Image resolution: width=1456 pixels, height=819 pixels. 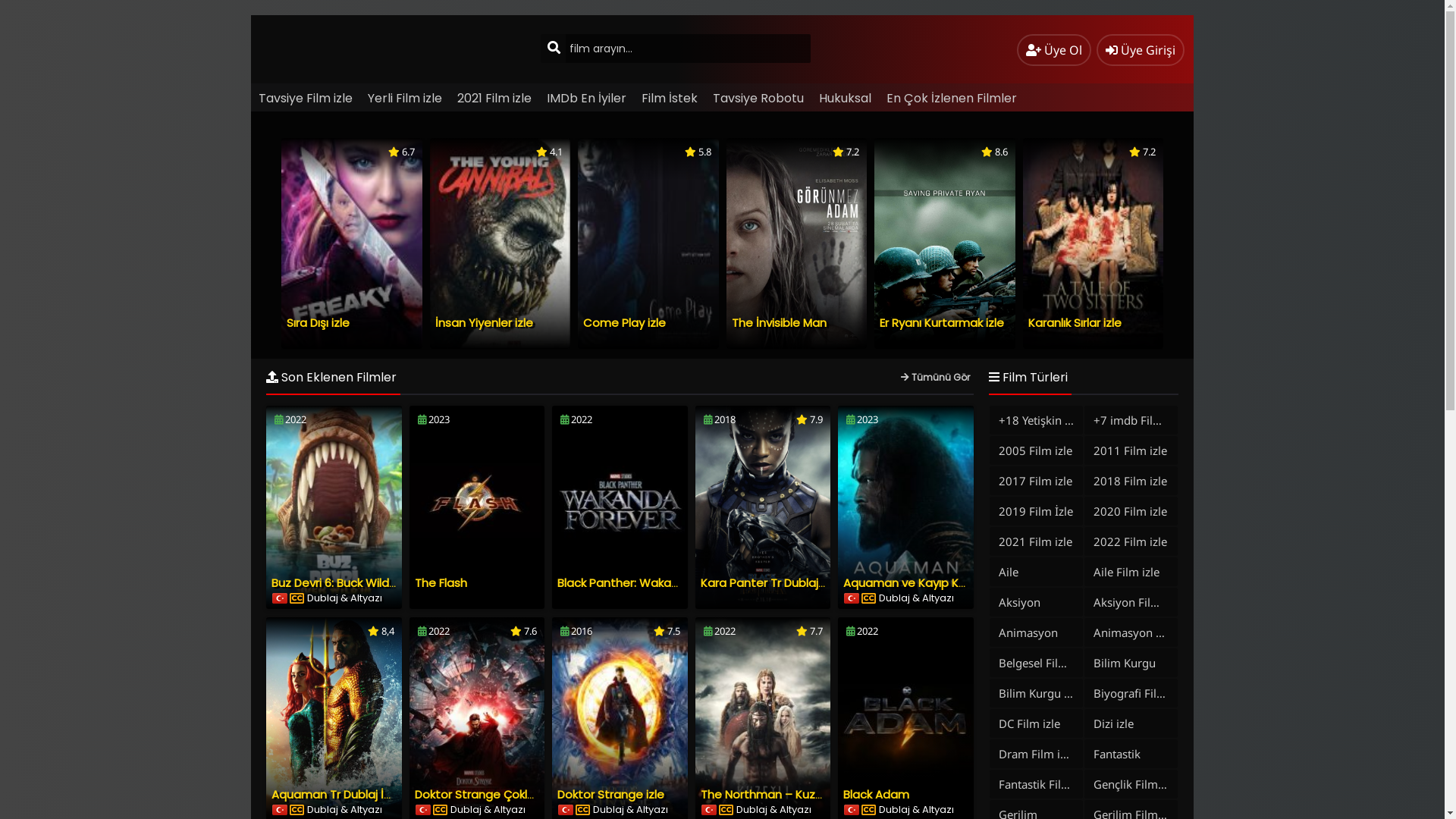 What do you see at coordinates (1035, 571) in the screenshot?
I see `'Aile'` at bounding box center [1035, 571].